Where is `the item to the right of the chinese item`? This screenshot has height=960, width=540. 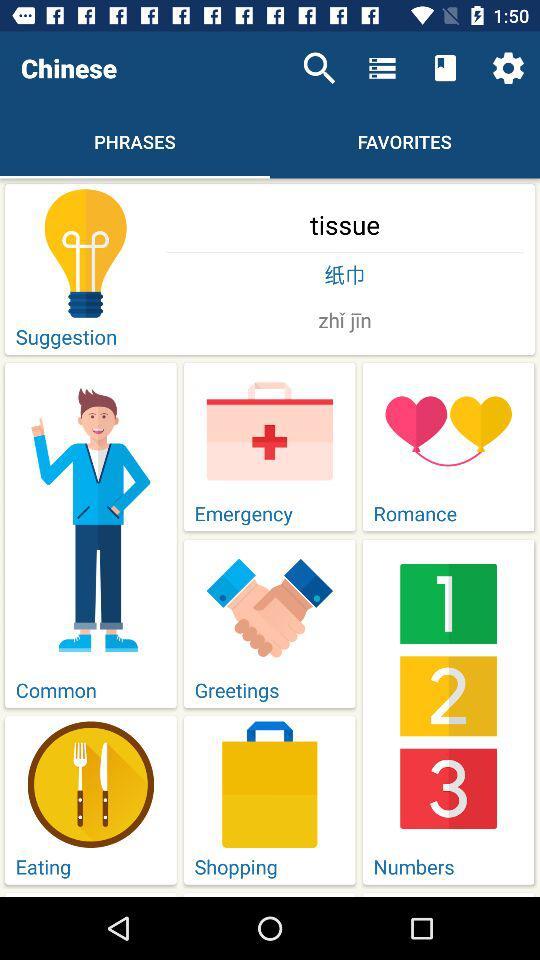 the item to the right of the chinese item is located at coordinates (319, 68).